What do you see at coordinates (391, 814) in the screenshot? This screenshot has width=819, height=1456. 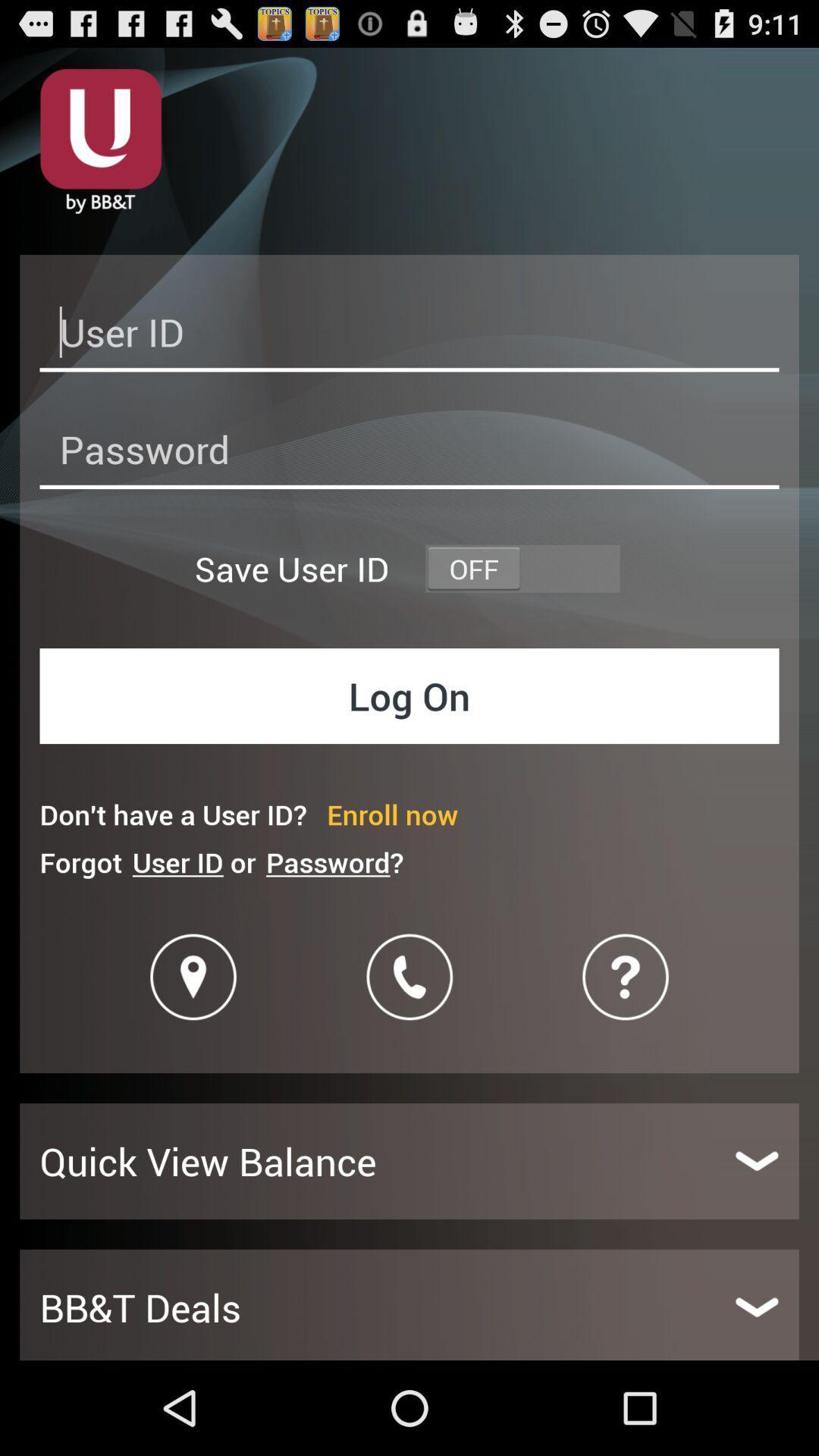 I see `item above password?` at bounding box center [391, 814].